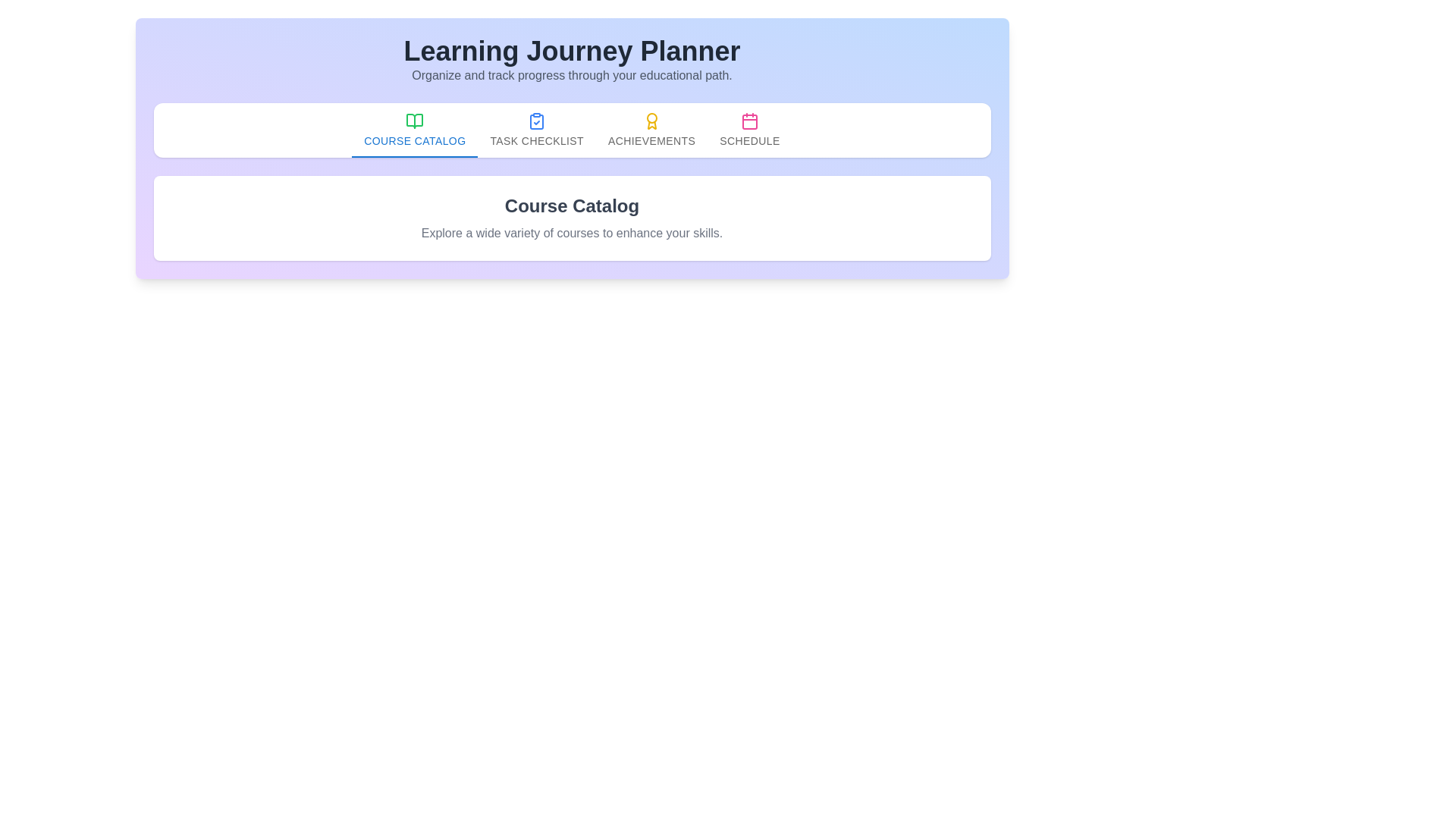 The height and width of the screenshot is (819, 1456). Describe the element at coordinates (537, 121) in the screenshot. I see `the clipboard icon with a checkmark representing task completion, which is the second icon from the left` at that location.